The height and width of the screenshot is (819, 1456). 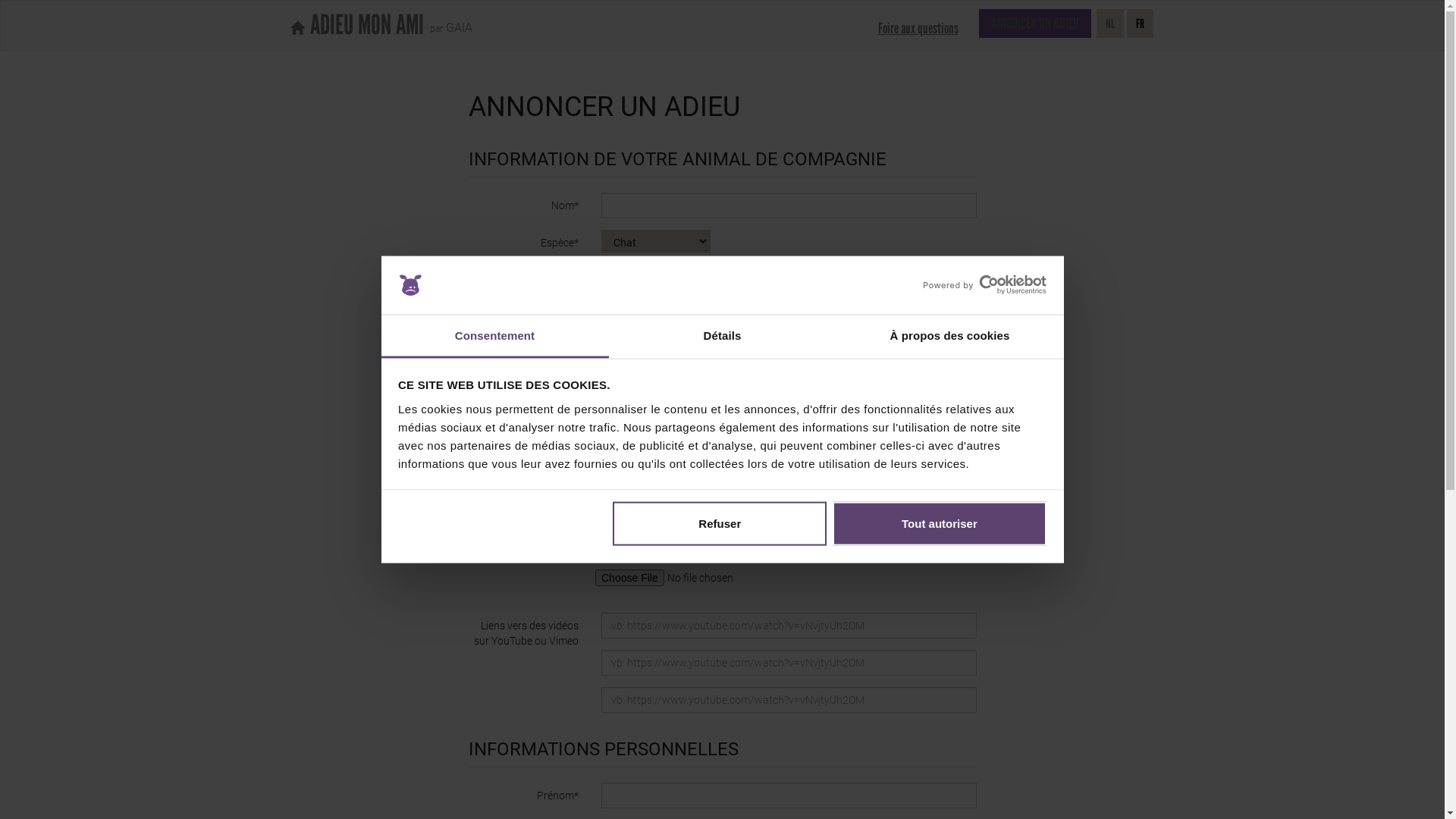 What do you see at coordinates (447, 23) in the screenshot?
I see `'par GAIA'` at bounding box center [447, 23].